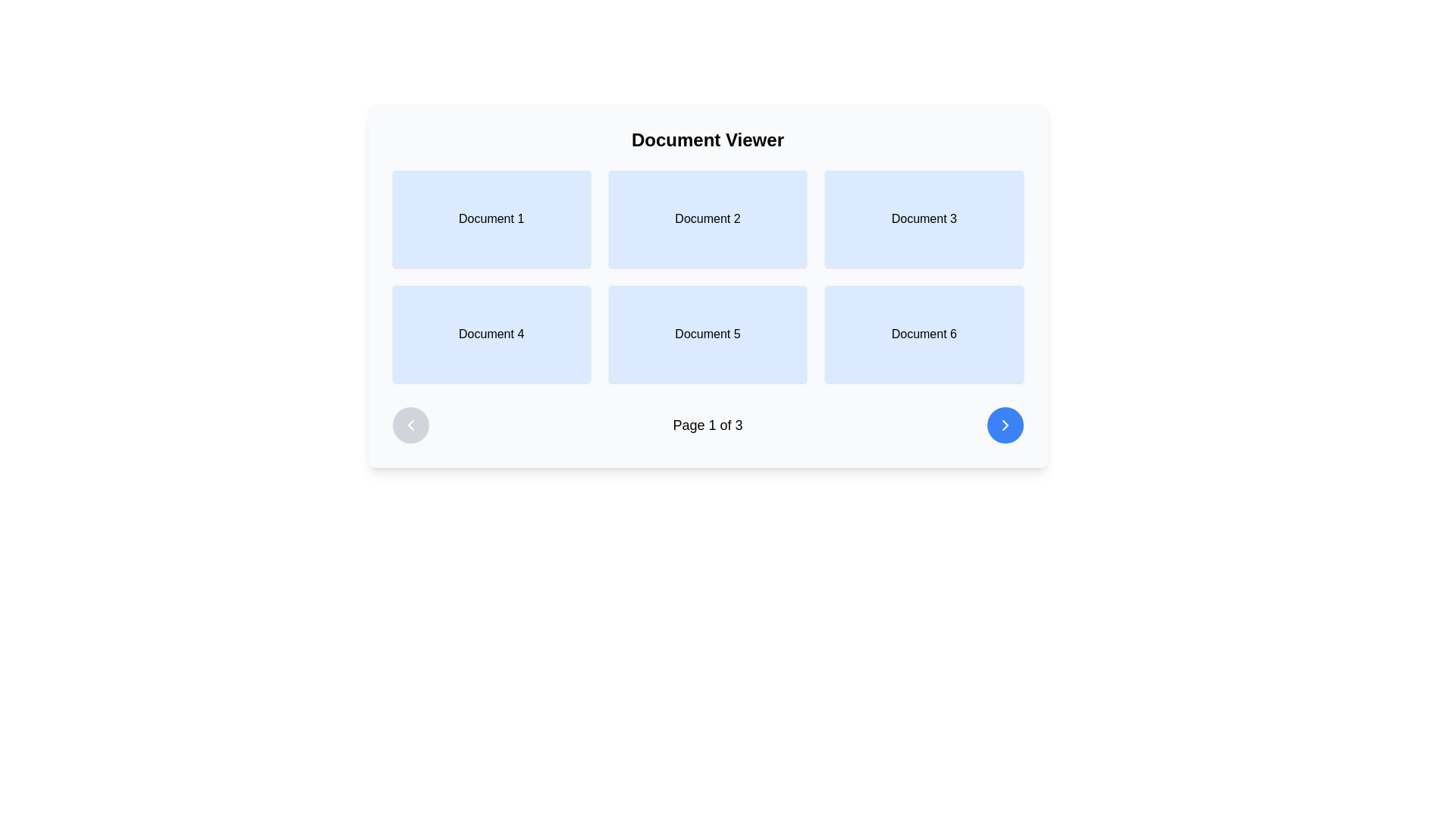  I want to click on the text display element reading 'Page 1 of 3' located at the bottom center of the navigation control bar, so click(707, 425).